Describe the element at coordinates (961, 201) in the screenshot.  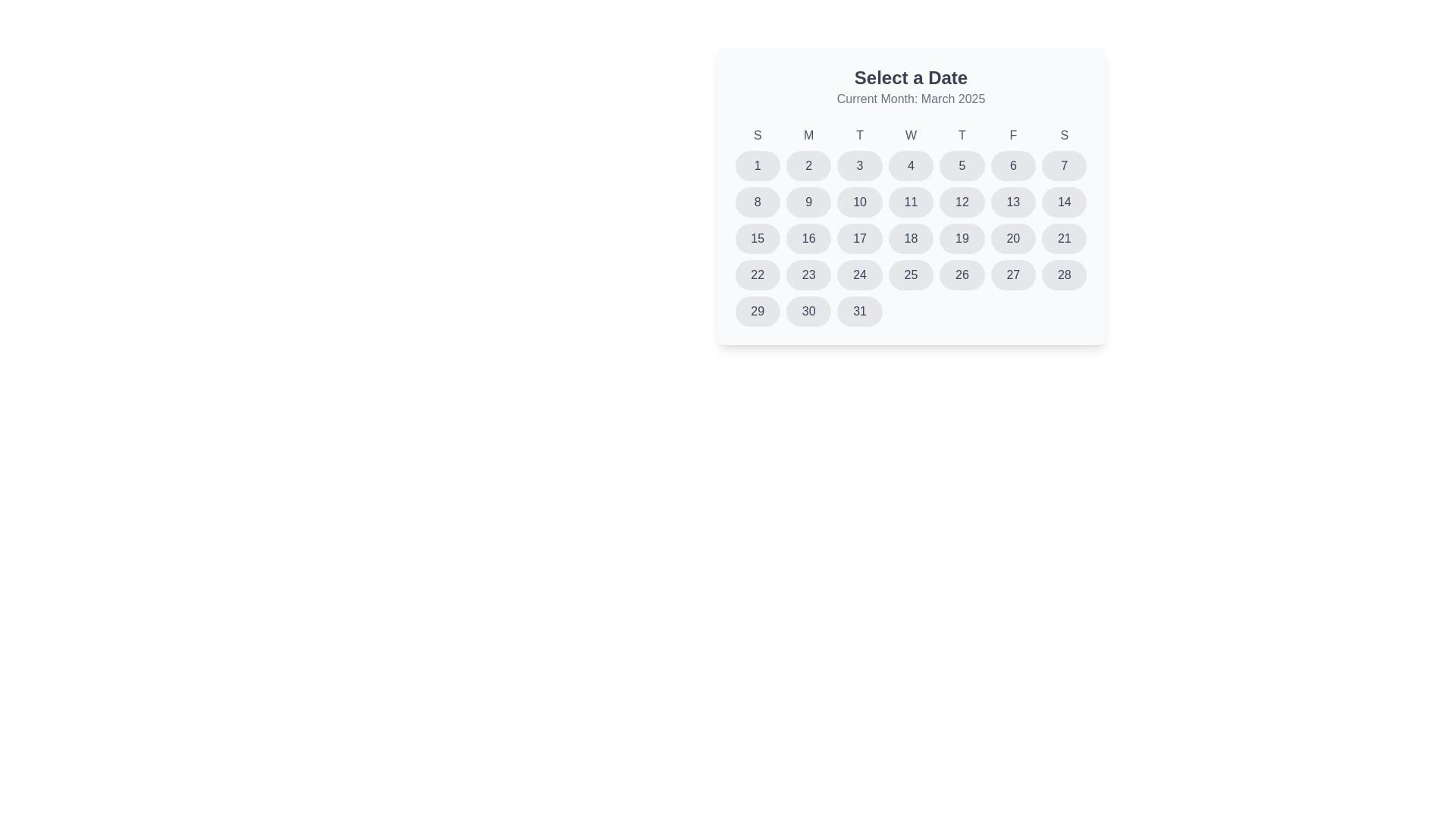
I see `the rounded button displaying the number '12' in the calendar grid` at that location.